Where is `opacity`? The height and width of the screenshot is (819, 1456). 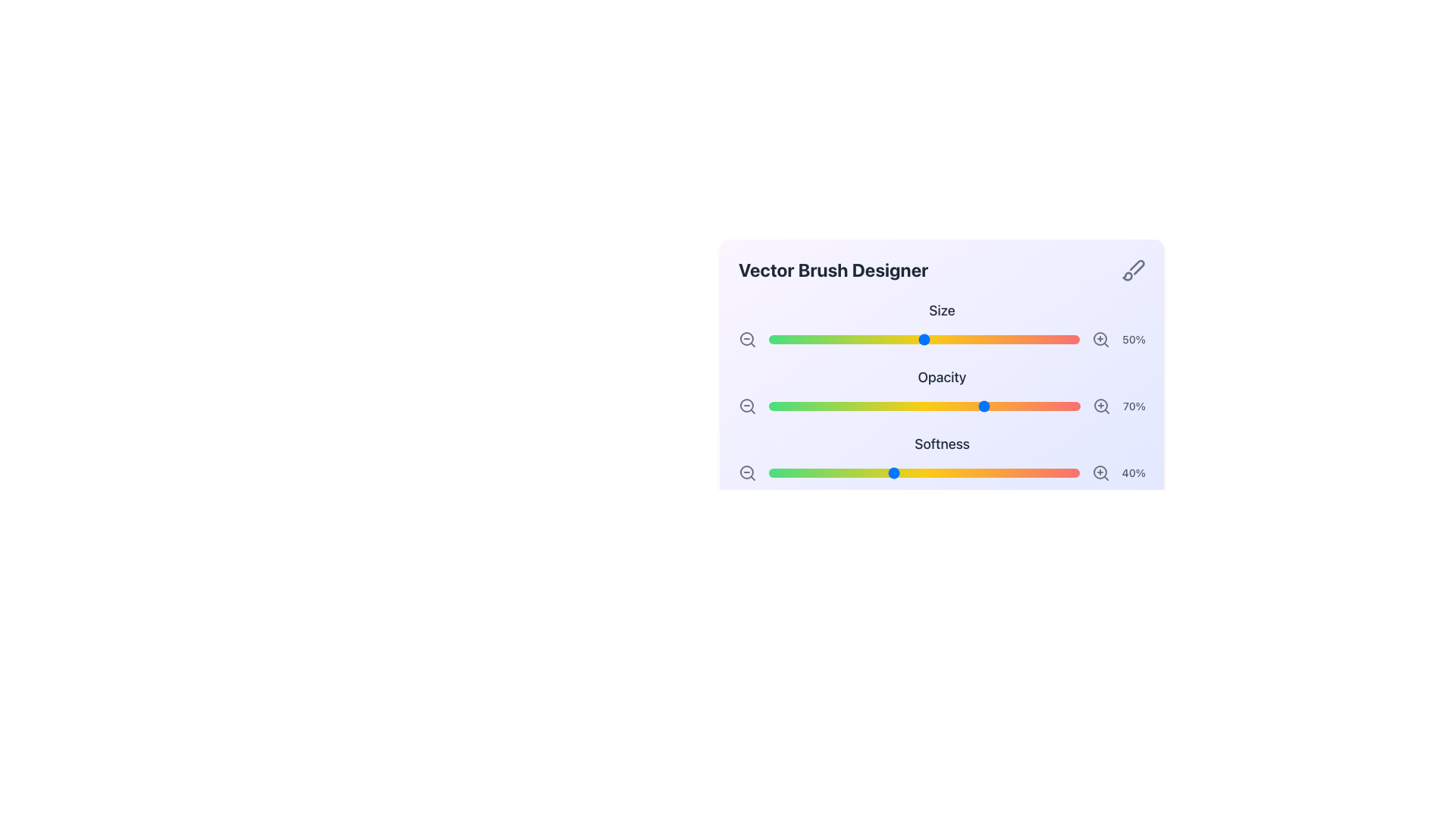
opacity is located at coordinates (827, 406).